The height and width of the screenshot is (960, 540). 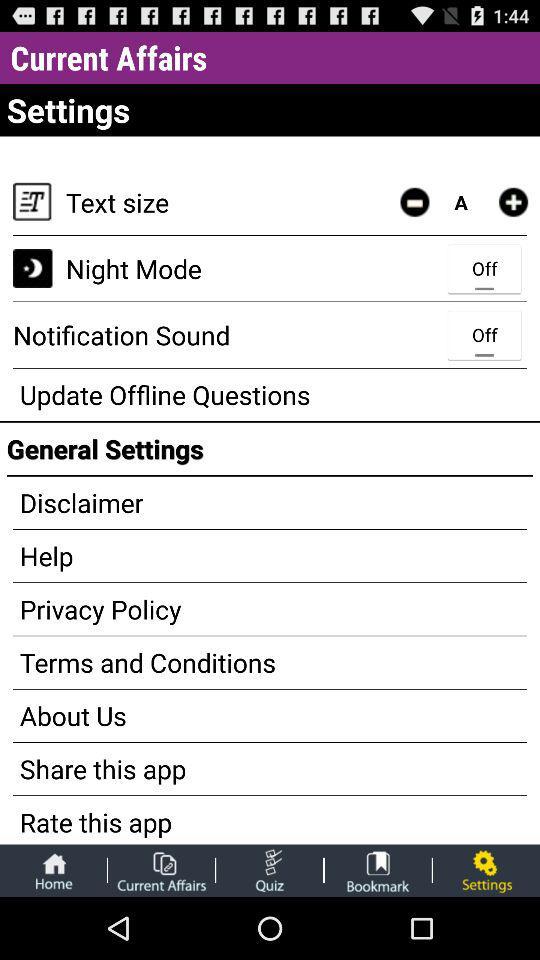 What do you see at coordinates (513, 202) in the screenshot?
I see `icon next to a item` at bounding box center [513, 202].